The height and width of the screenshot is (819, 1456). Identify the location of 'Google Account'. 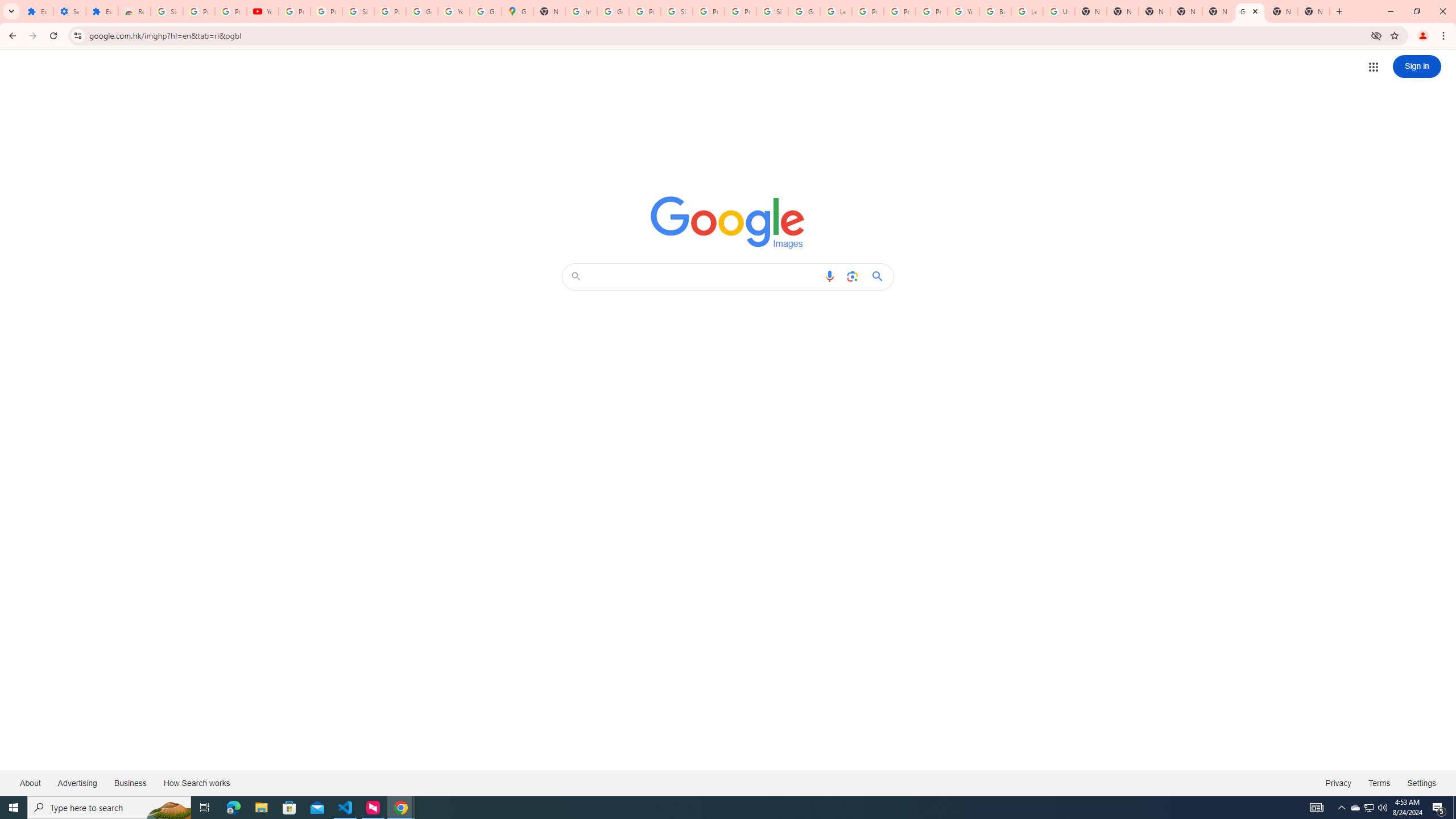
(421, 11).